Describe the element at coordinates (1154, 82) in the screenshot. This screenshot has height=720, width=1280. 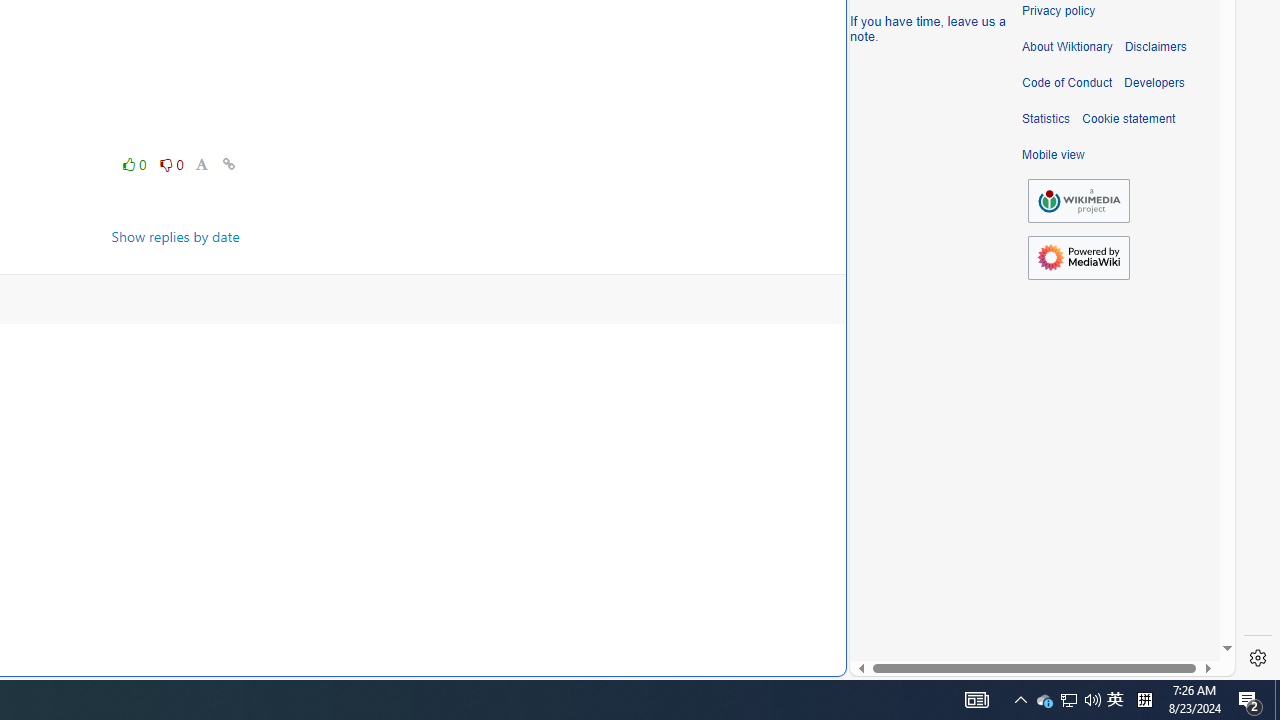
I see `'Developers'` at that location.